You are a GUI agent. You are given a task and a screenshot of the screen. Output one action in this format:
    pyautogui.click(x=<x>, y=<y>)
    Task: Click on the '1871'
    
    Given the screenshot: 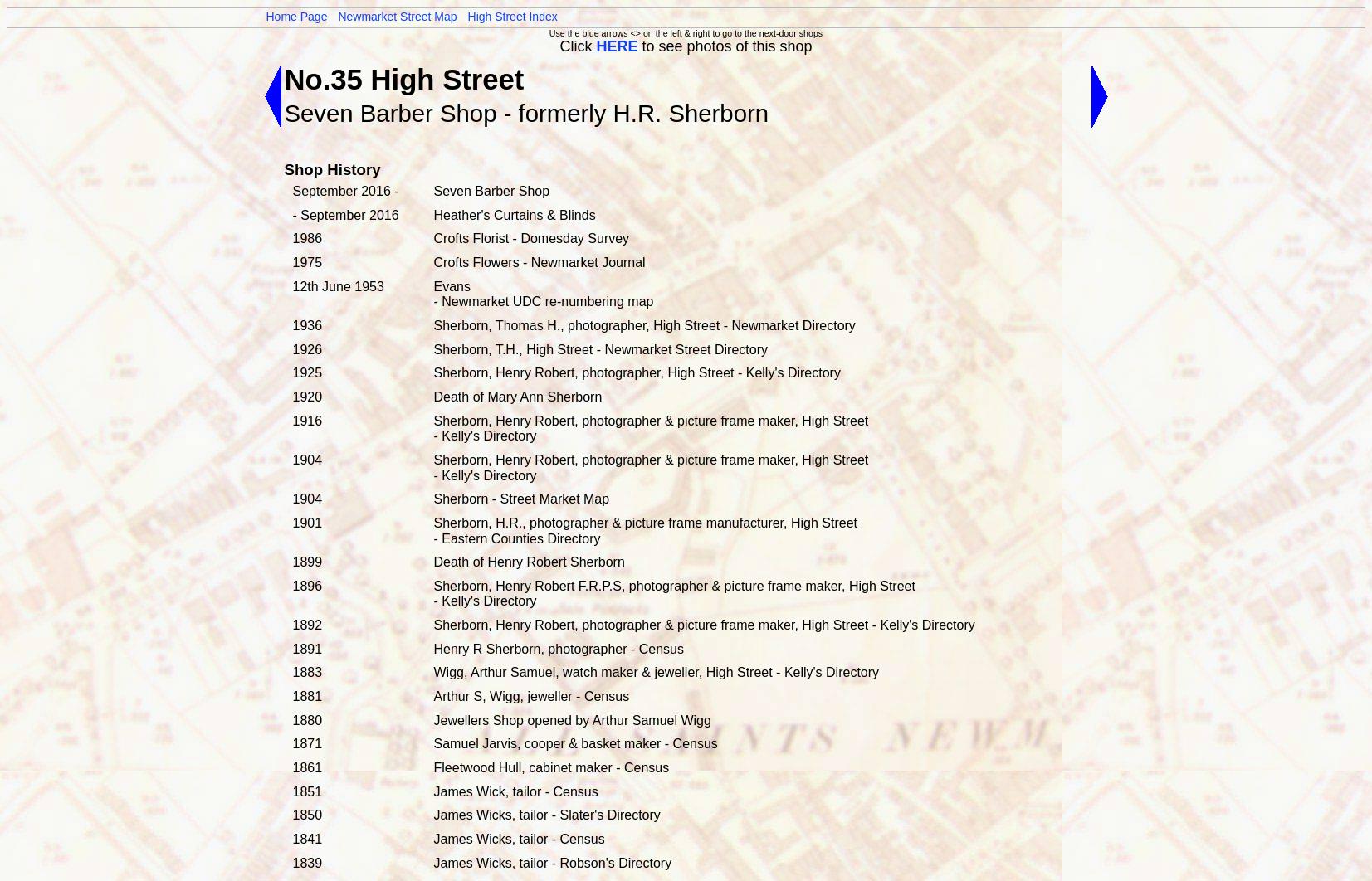 What is the action you would take?
    pyautogui.click(x=291, y=742)
    